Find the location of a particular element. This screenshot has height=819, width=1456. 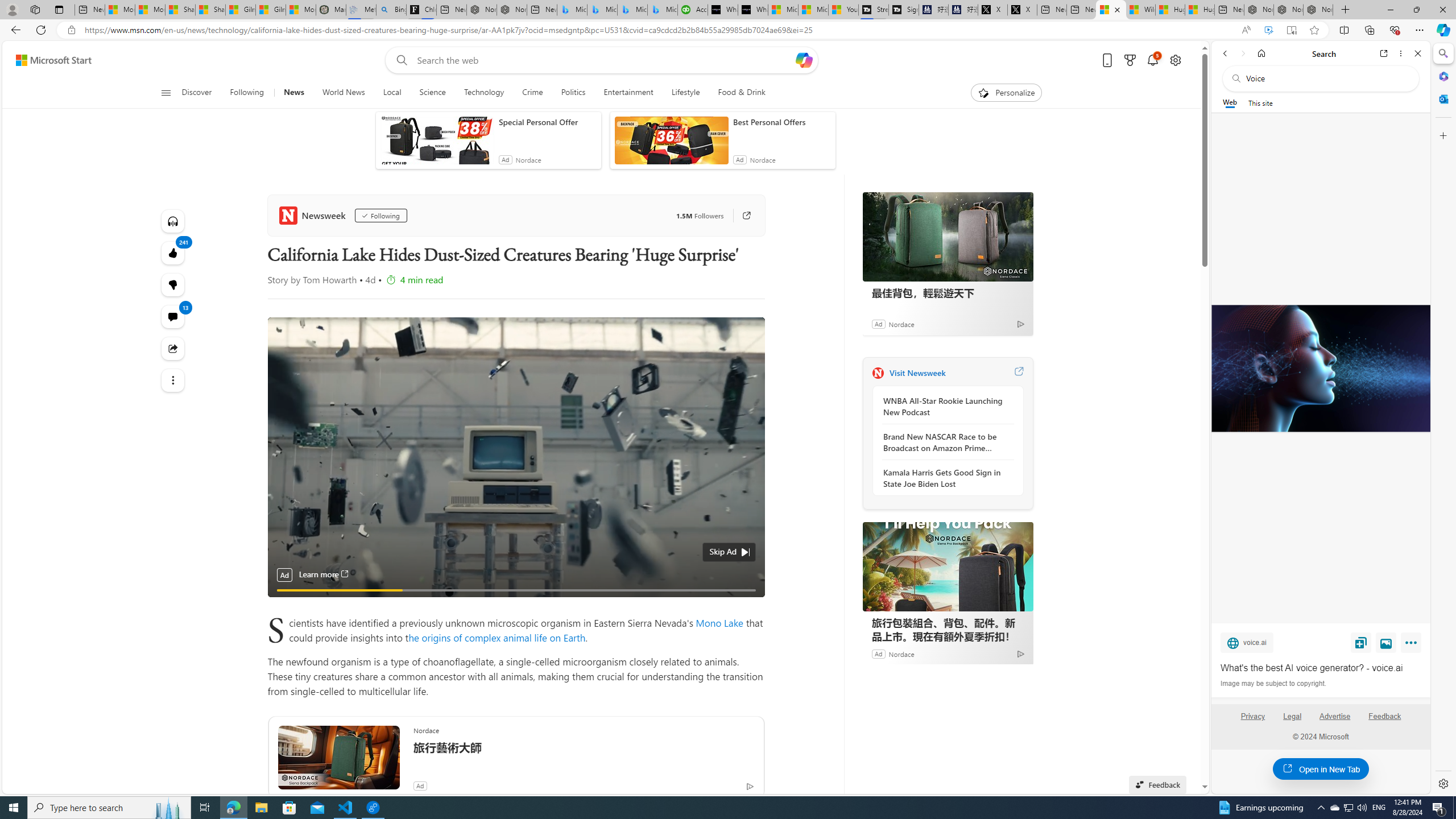

'Enhance video' is located at coordinates (1268, 30).